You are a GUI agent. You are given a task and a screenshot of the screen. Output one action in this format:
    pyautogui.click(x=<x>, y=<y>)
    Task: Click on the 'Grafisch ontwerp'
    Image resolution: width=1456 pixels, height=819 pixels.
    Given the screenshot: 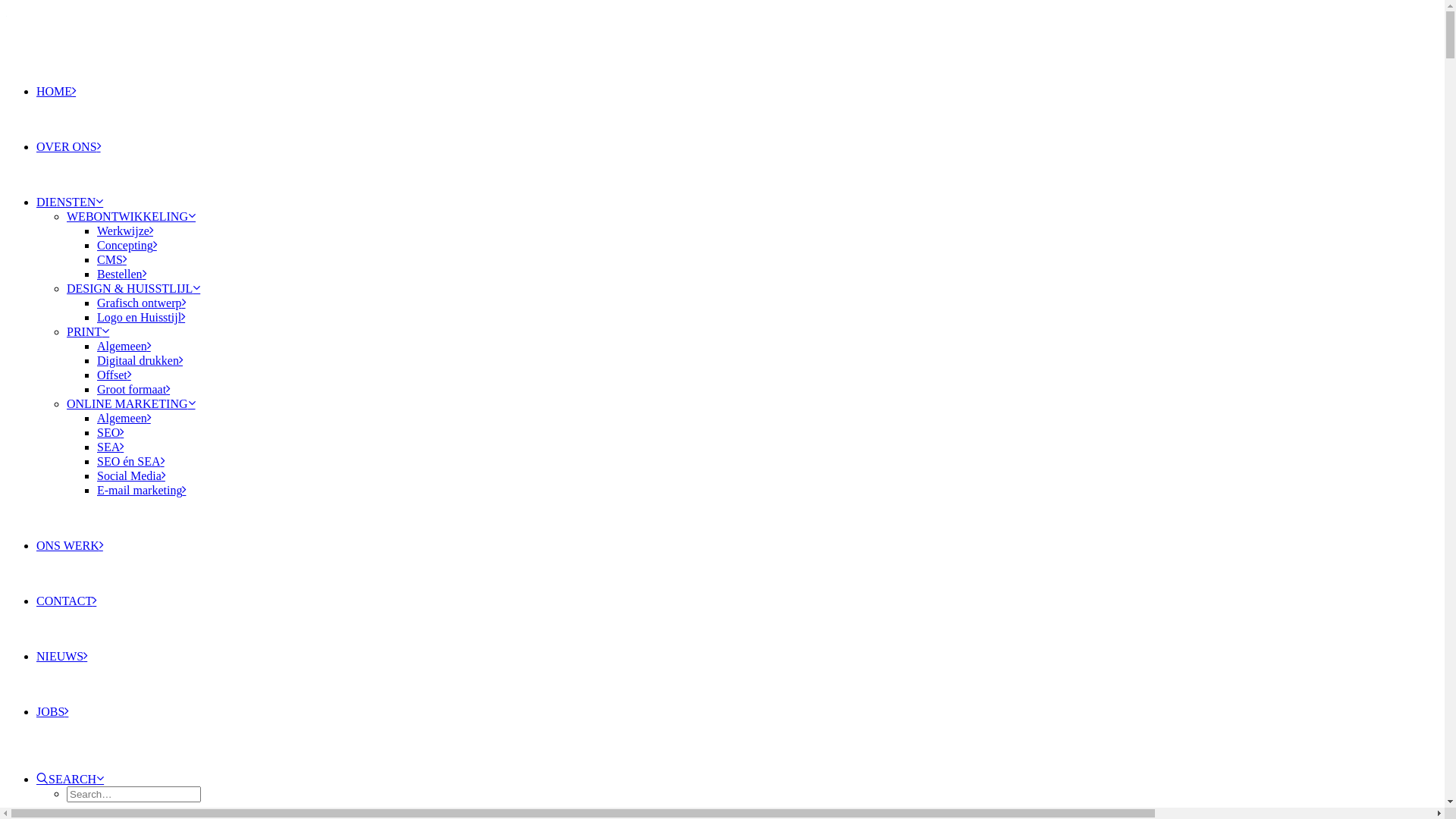 What is the action you would take?
    pyautogui.click(x=141, y=303)
    